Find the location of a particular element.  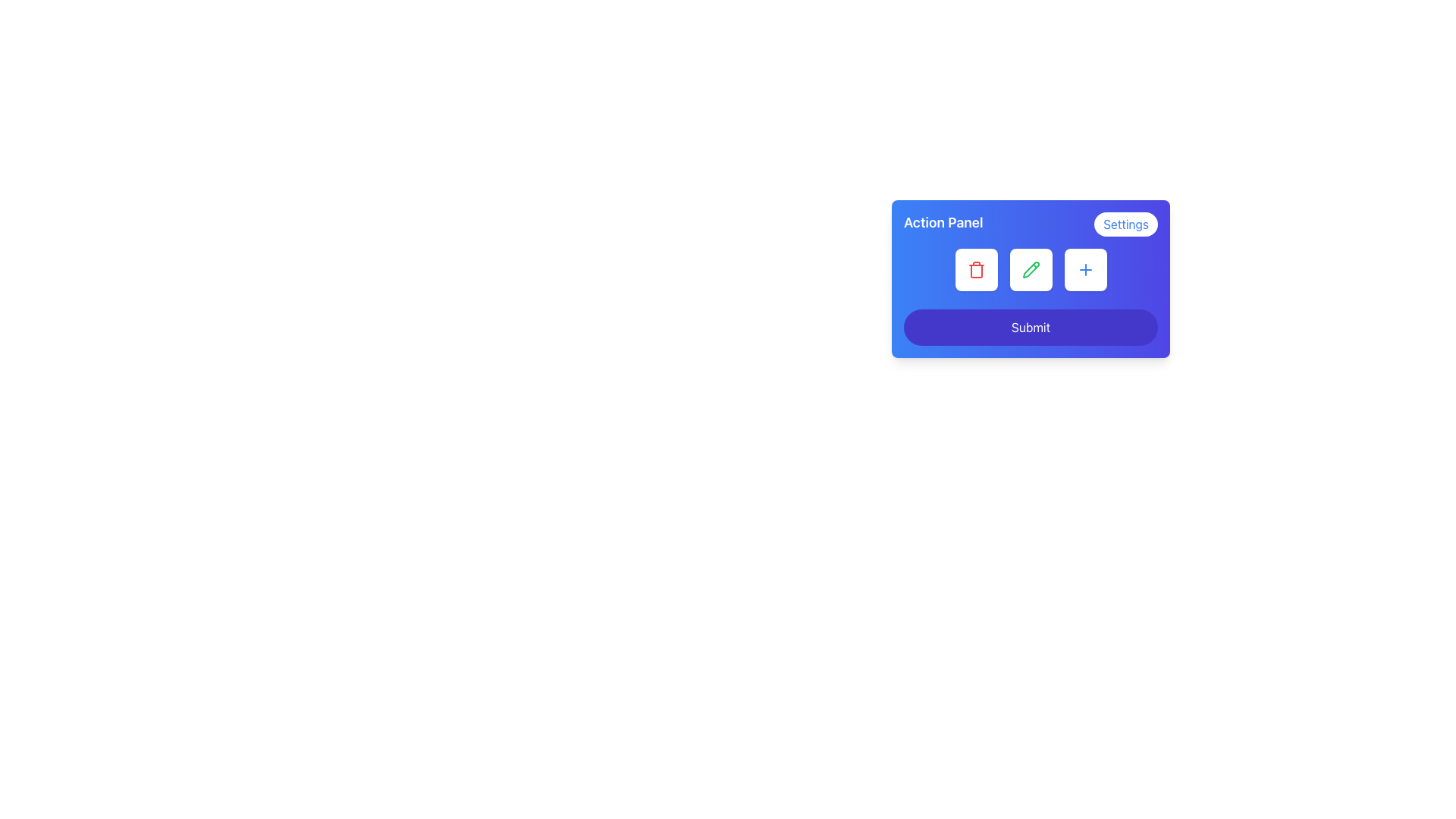

the square button with a white background and green pencil icon located in the 'Action Panel', which is the second button in a horizontal arrangement of three buttons is located at coordinates (1031, 278).